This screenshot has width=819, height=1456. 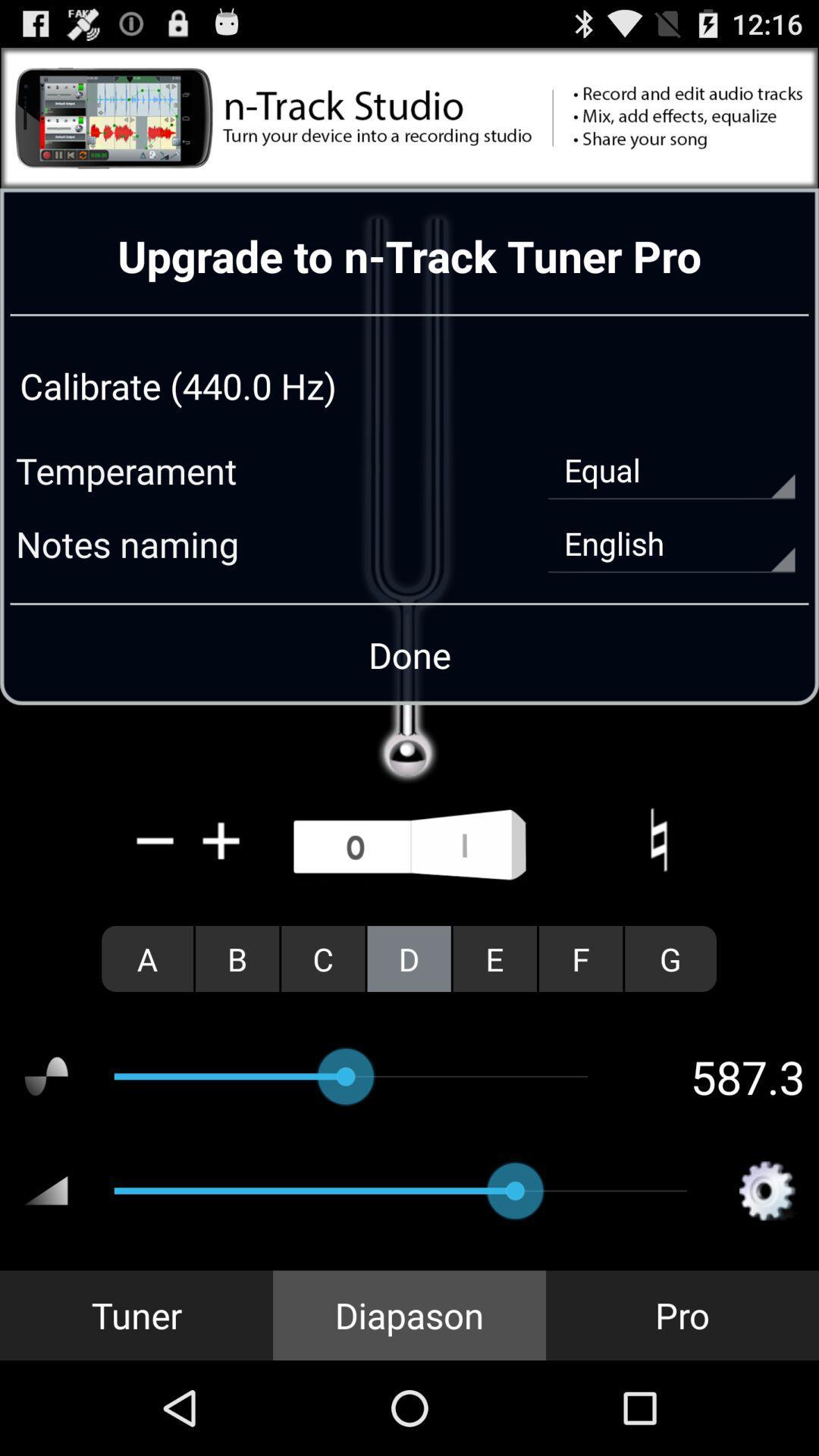 I want to click on g radio button, so click(x=670, y=958).